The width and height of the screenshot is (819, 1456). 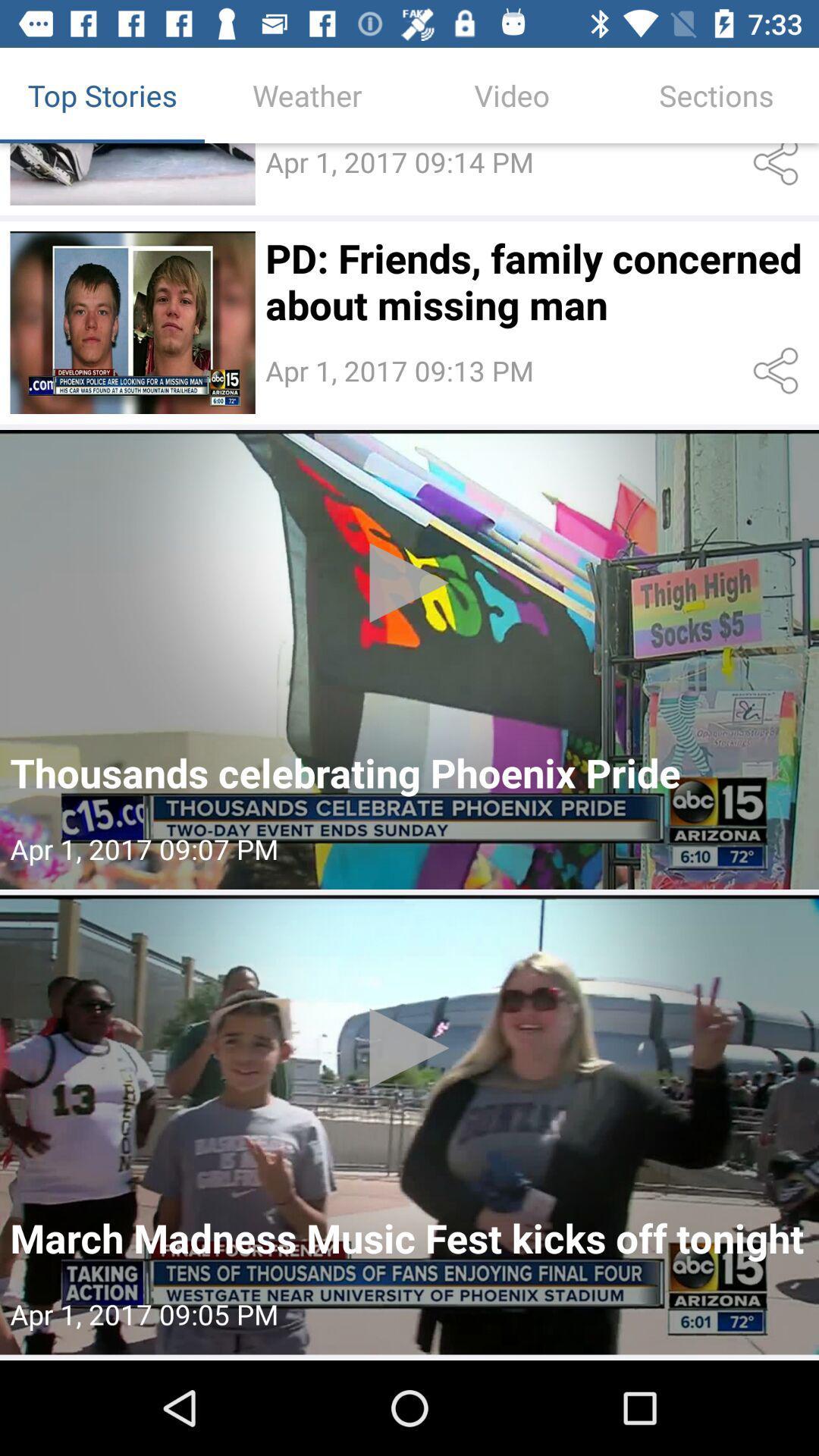 What do you see at coordinates (132, 322) in the screenshot?
I see `news feed tile visual description` at bounding box center [132, 322].